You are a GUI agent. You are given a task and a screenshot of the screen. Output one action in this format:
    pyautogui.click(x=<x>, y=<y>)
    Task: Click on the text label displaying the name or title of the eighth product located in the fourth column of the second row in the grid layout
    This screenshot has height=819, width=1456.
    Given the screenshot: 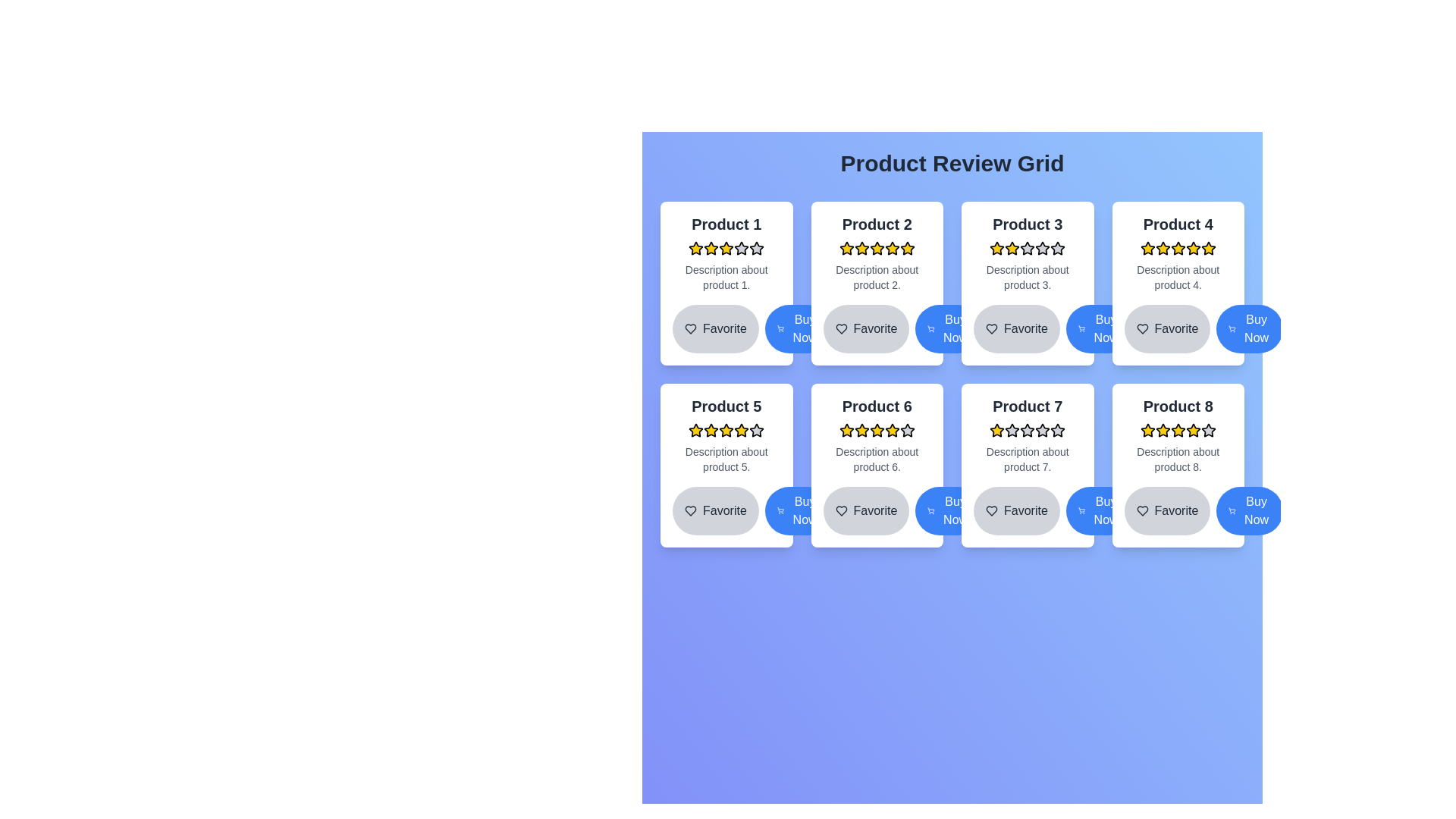 What is the action you would take?
    pyautogui.click(x=1177, y=406)
    